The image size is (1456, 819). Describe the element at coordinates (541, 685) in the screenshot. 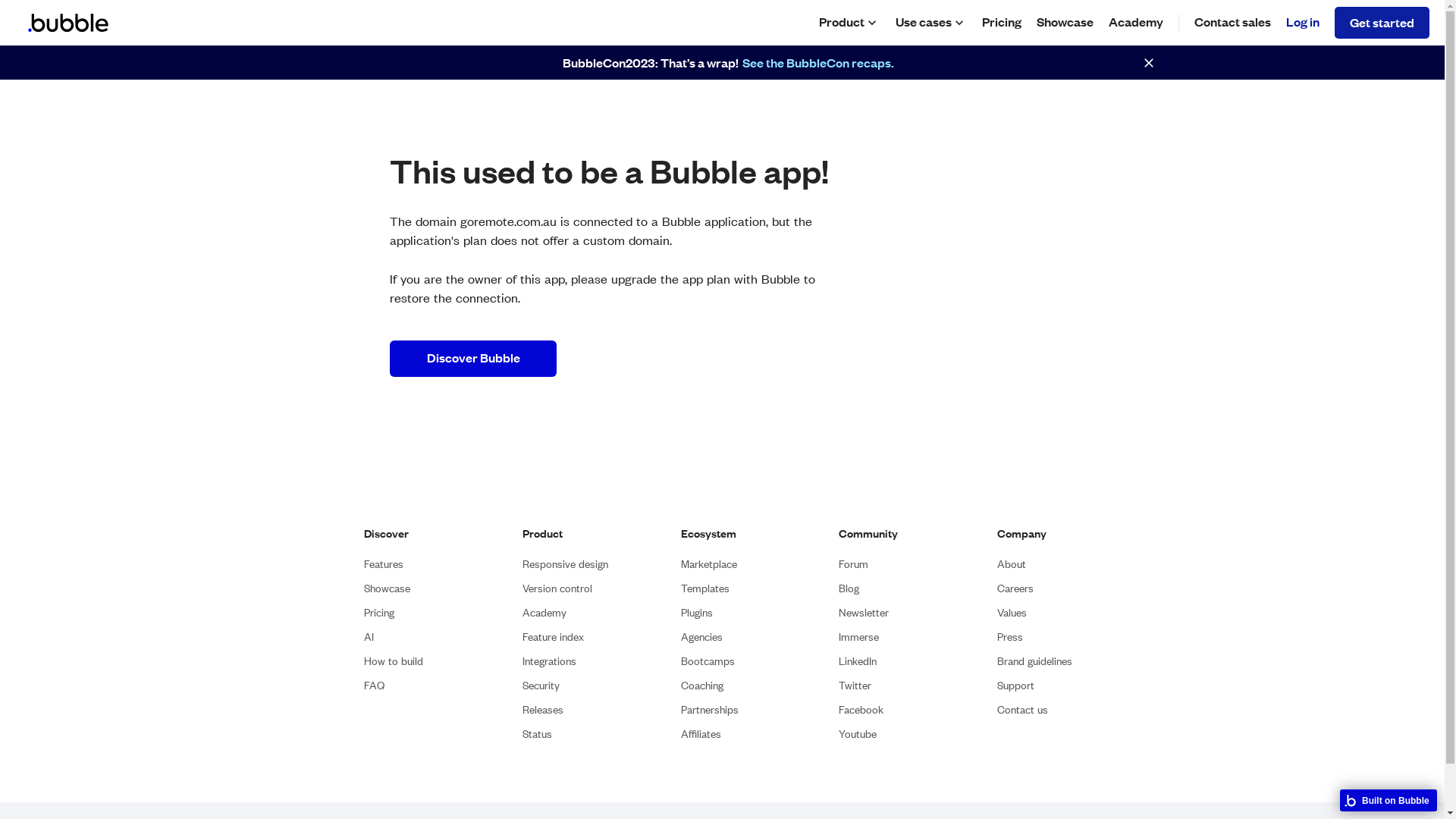

I see `'Security'` at that location.